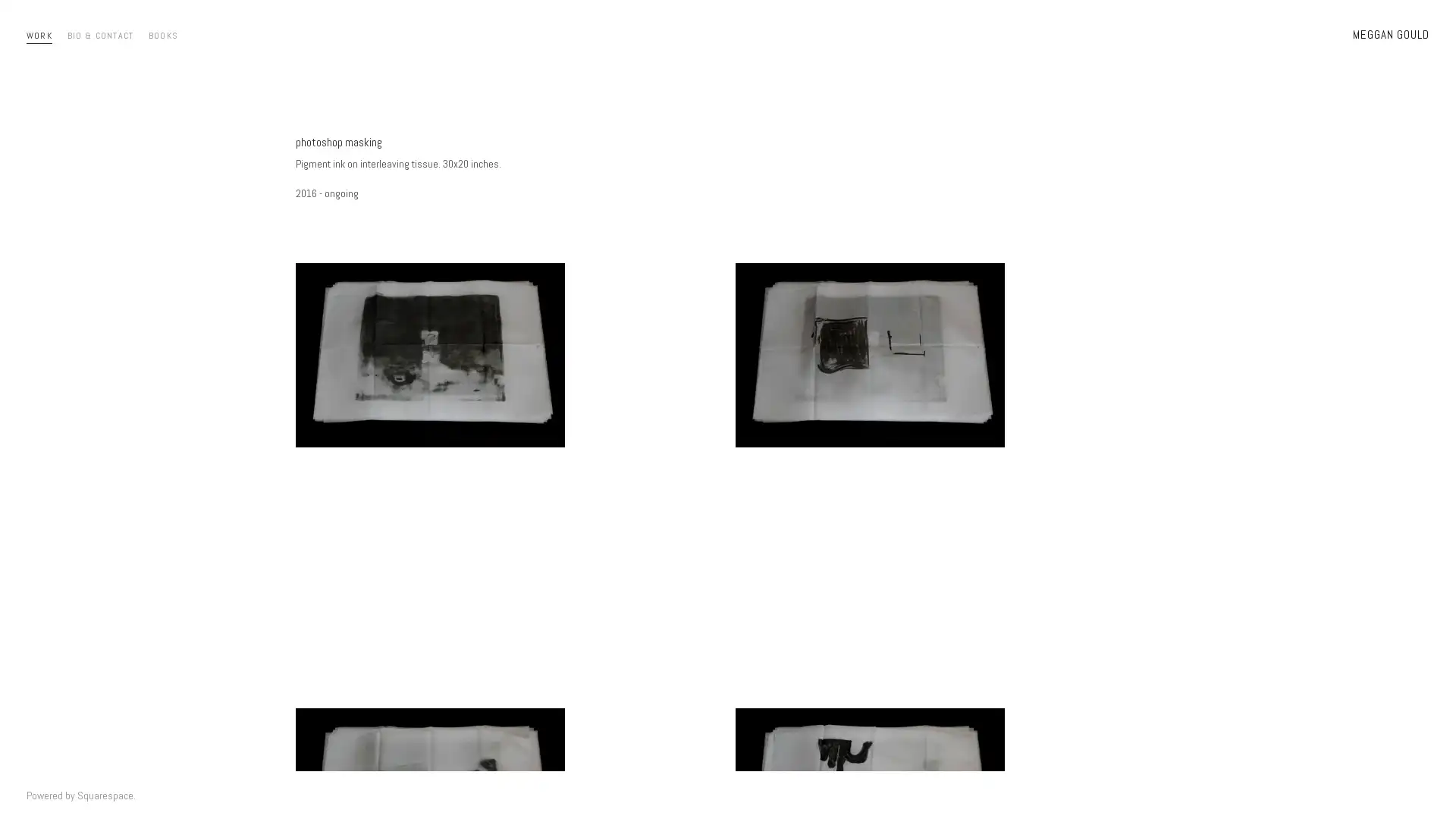 The height and width of the screenshot is (819, 1456). I want to click on View fullsize masks2016-43.jpg, so click(508, 432).